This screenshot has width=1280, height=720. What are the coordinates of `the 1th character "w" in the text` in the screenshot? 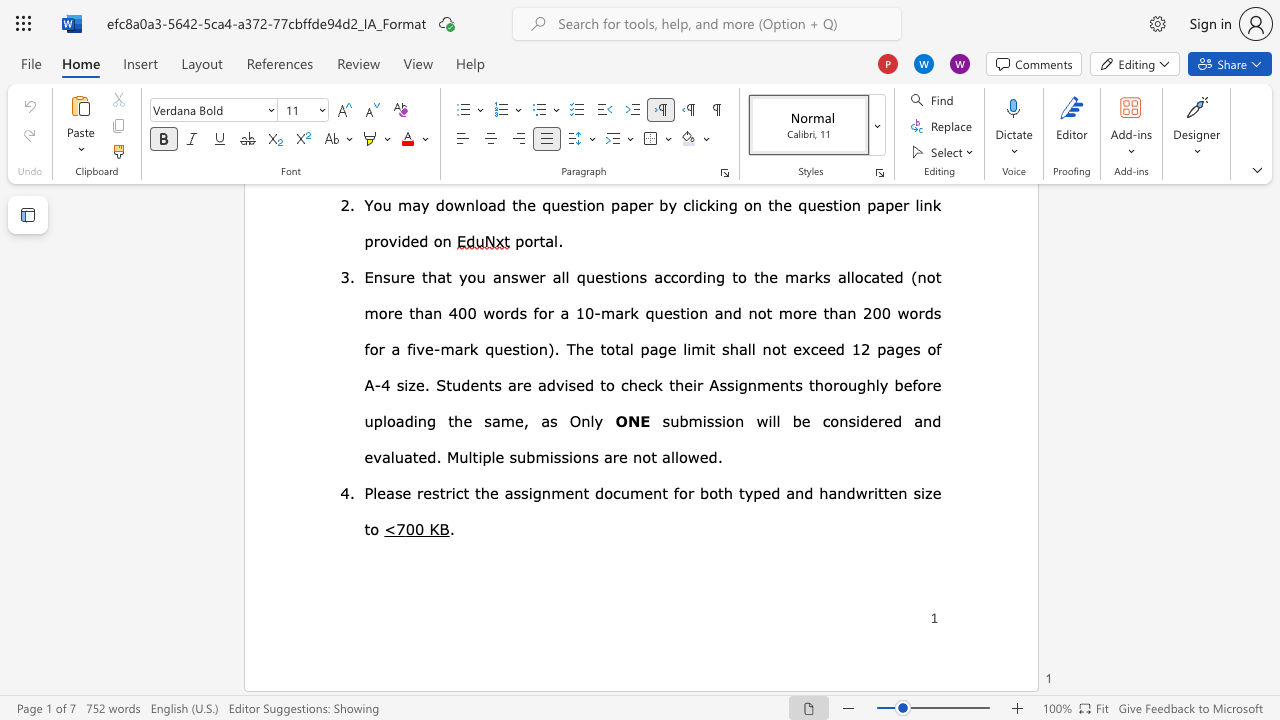 It's located at (761, 419).